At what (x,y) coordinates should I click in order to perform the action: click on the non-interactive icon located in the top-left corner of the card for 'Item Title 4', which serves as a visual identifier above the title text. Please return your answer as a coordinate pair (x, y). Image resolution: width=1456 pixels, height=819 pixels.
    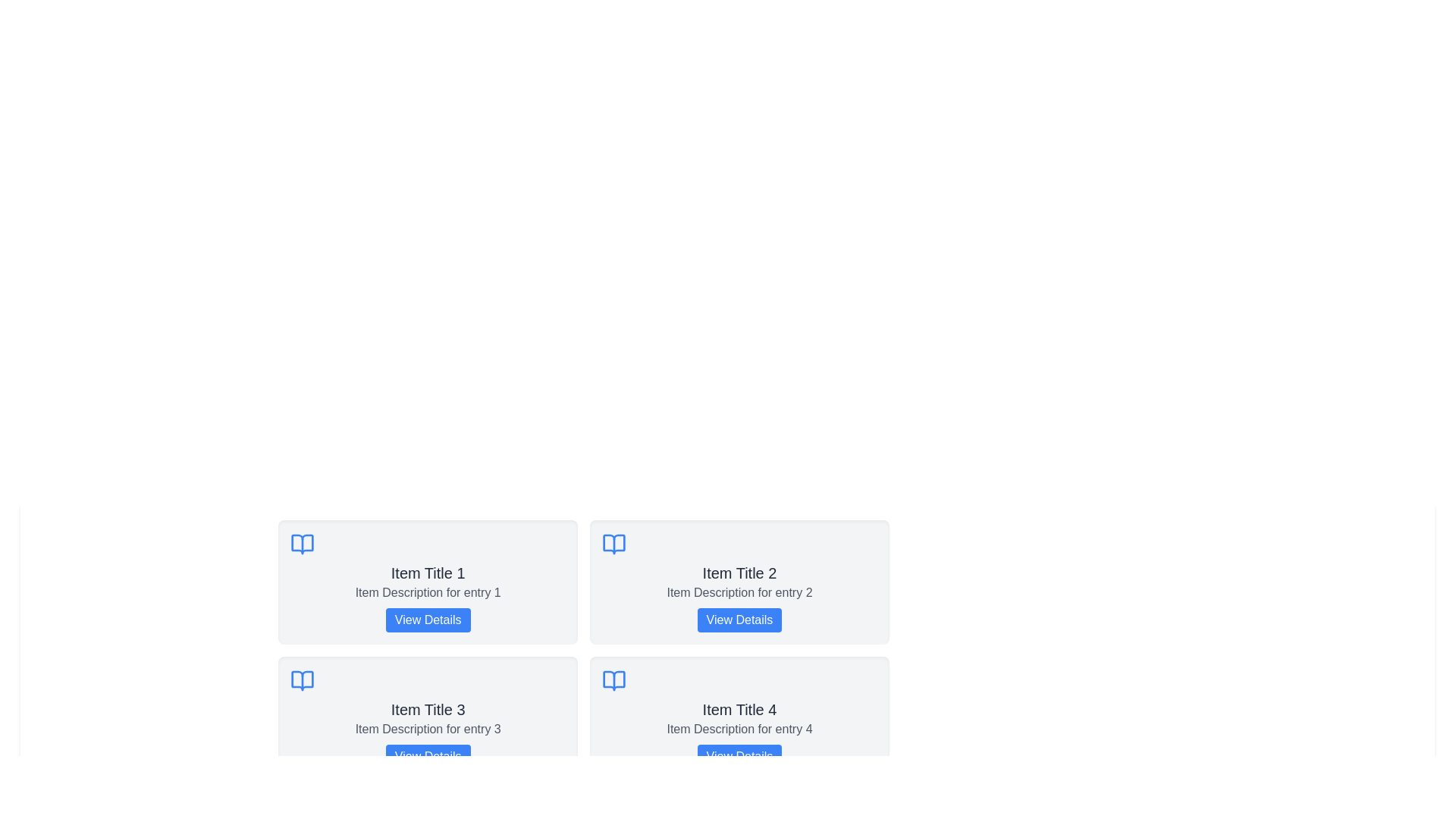
    Looking at the image, I should click on (614, 680).